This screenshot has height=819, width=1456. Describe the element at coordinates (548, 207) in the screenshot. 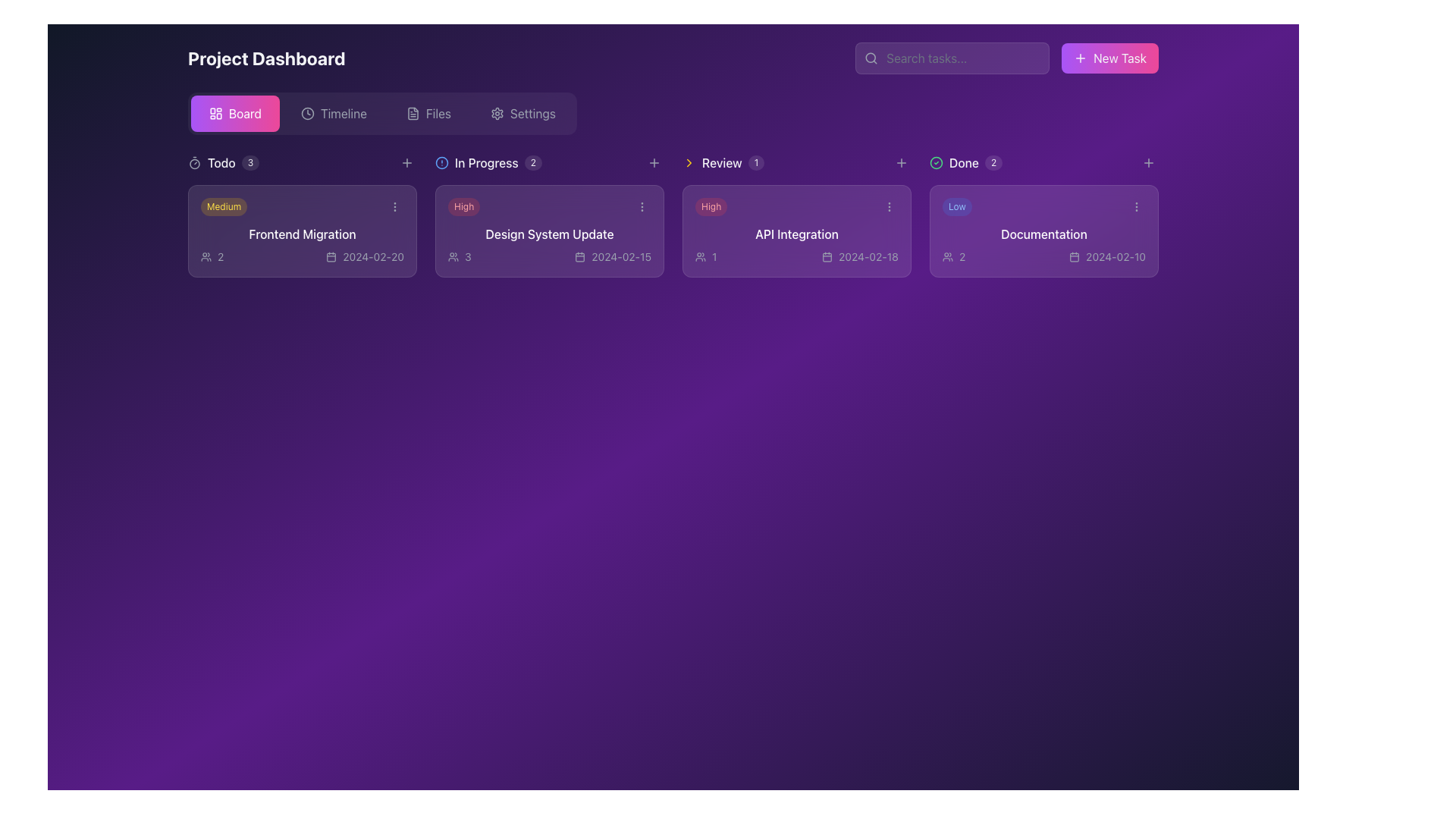

I see `the Label with a priority indicator located at the top-left corner of the 'Design System Update' card in the 'In Progress' column of the project management dashboard` at that location.